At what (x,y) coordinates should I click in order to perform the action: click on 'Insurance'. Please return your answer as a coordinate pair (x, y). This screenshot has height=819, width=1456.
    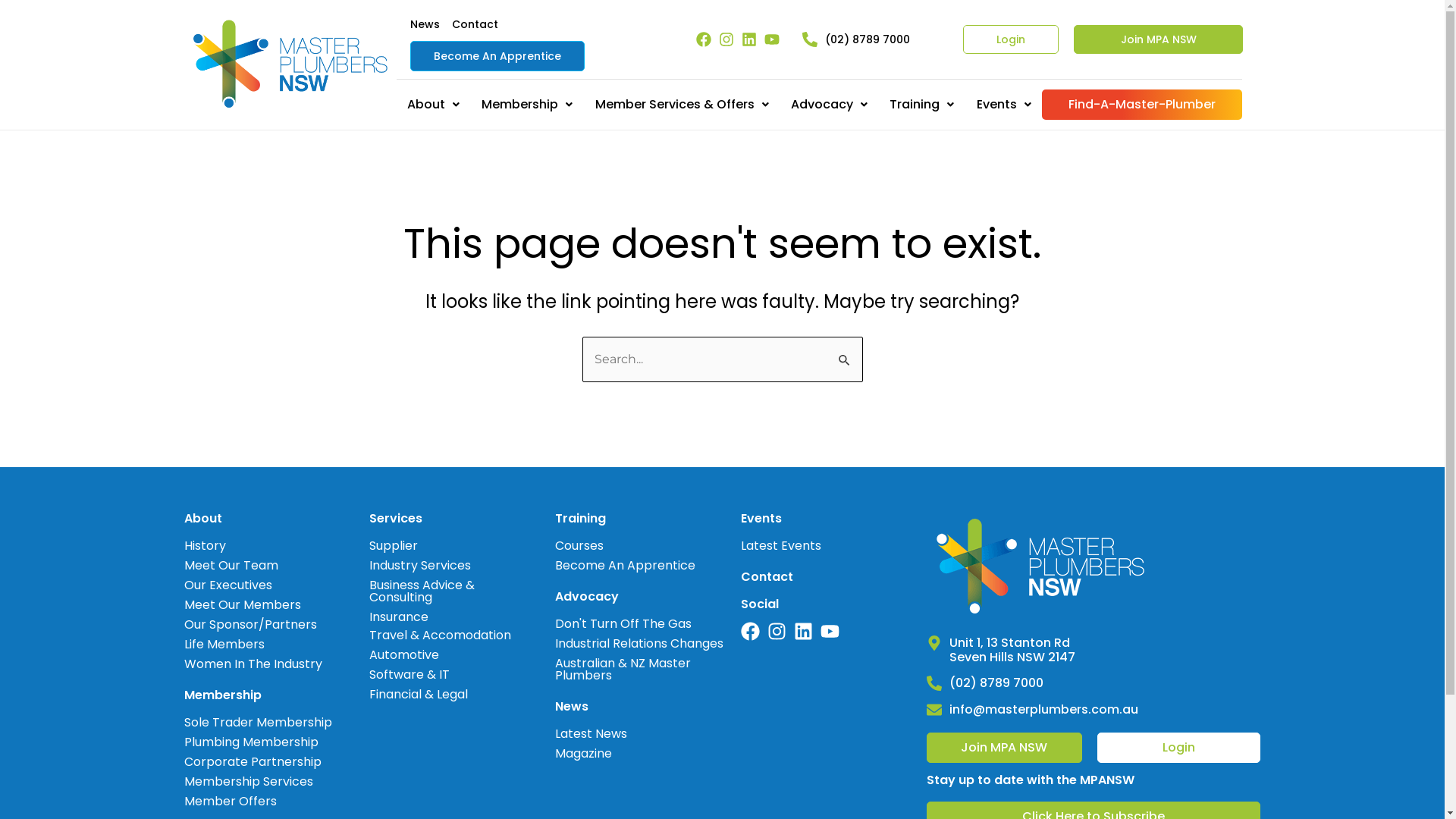
    Looking at the image, I should click on (453, 617).